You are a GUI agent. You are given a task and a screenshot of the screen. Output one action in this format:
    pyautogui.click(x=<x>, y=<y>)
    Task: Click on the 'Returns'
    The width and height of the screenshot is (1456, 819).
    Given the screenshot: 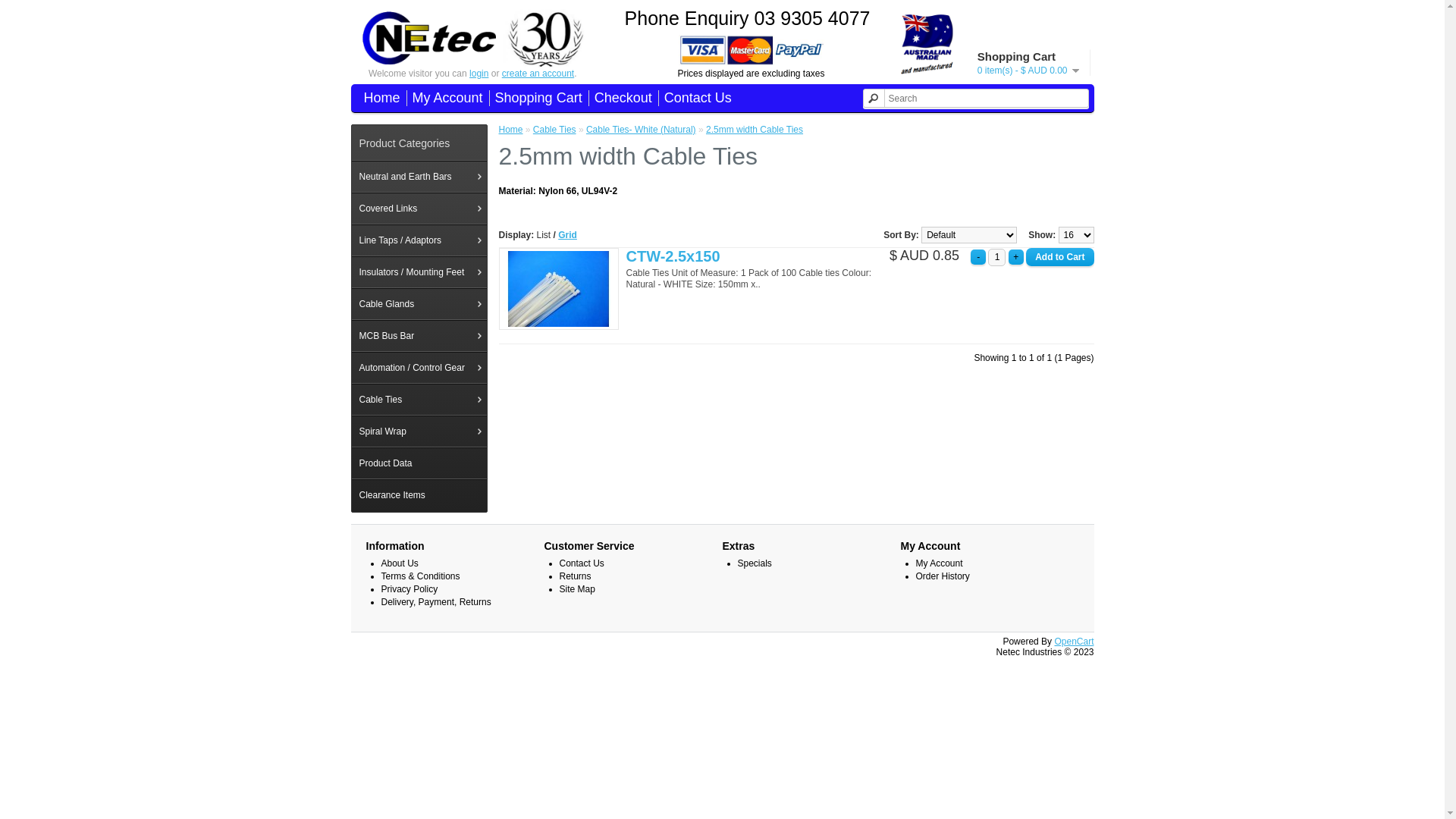 What is the action you would take?
    pyautogui.click(x=574, y=576)
    